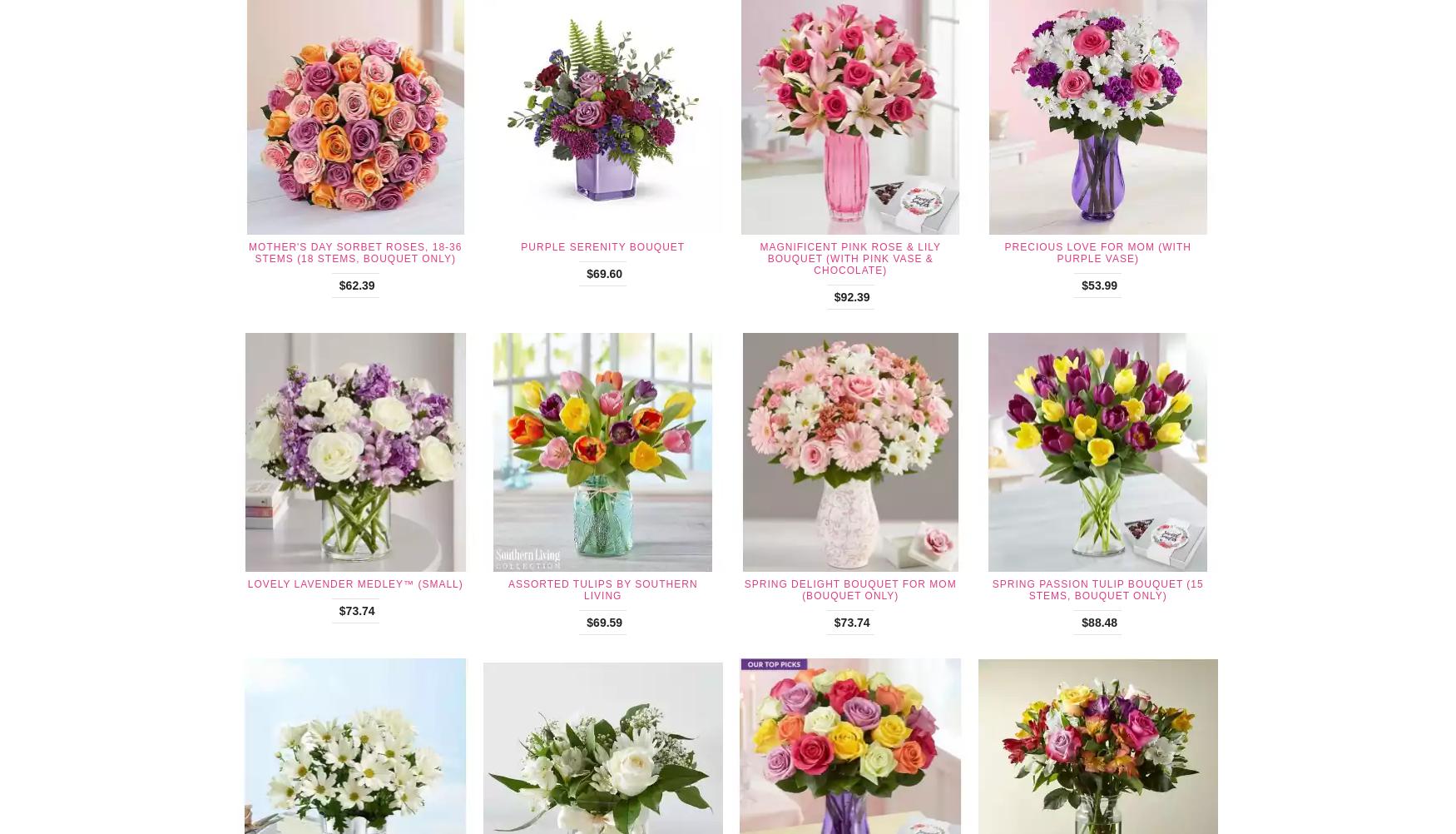 The image size is (1456, 834). Describe the element at coordinates (1097, 251) in the screenshot. I see `'Precious Love For Mom (with Purple Vase)'` at that location.